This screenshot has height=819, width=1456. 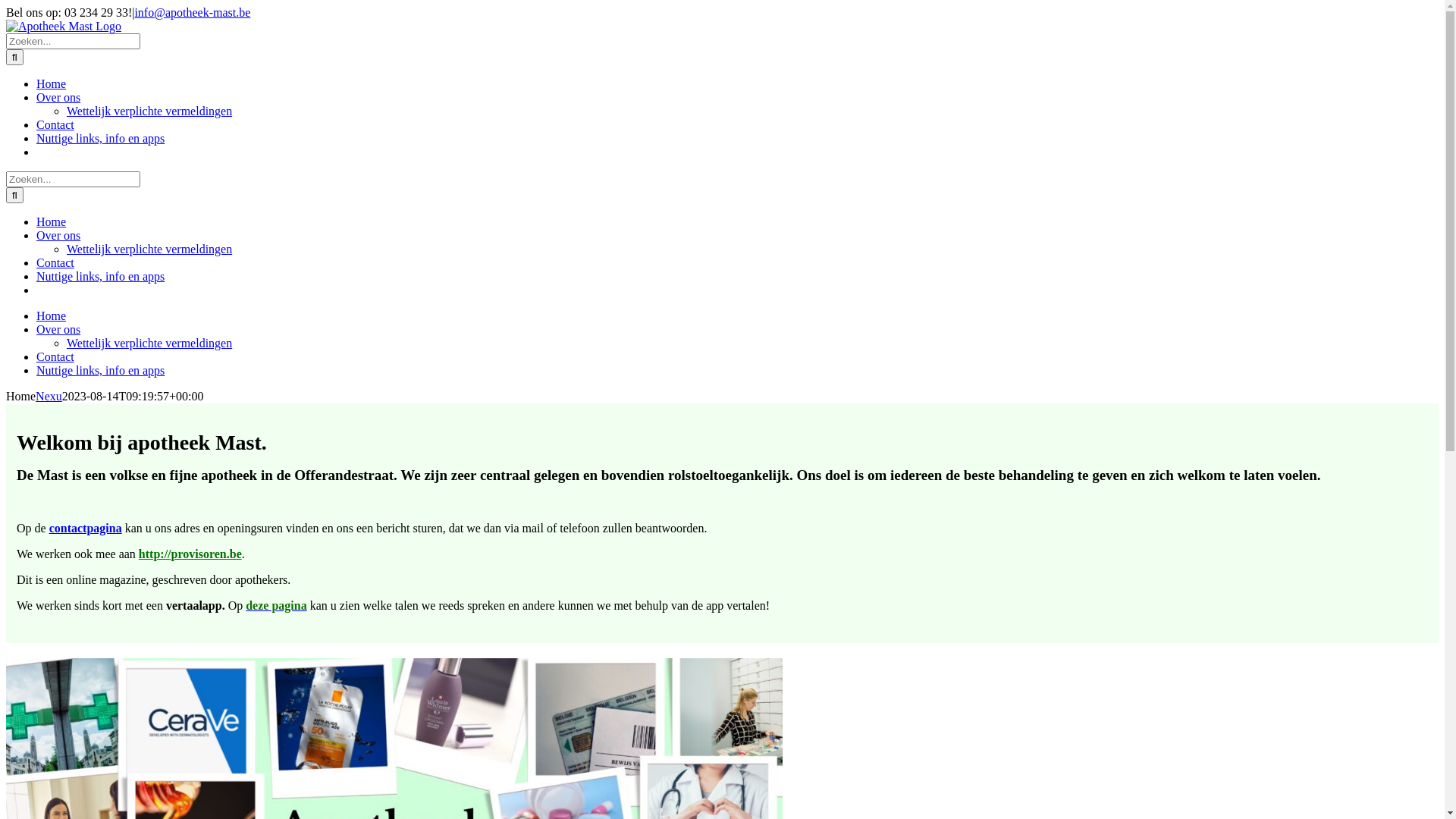 I want to click on 'Ga naar inhoud', so click(x=5, y=5).